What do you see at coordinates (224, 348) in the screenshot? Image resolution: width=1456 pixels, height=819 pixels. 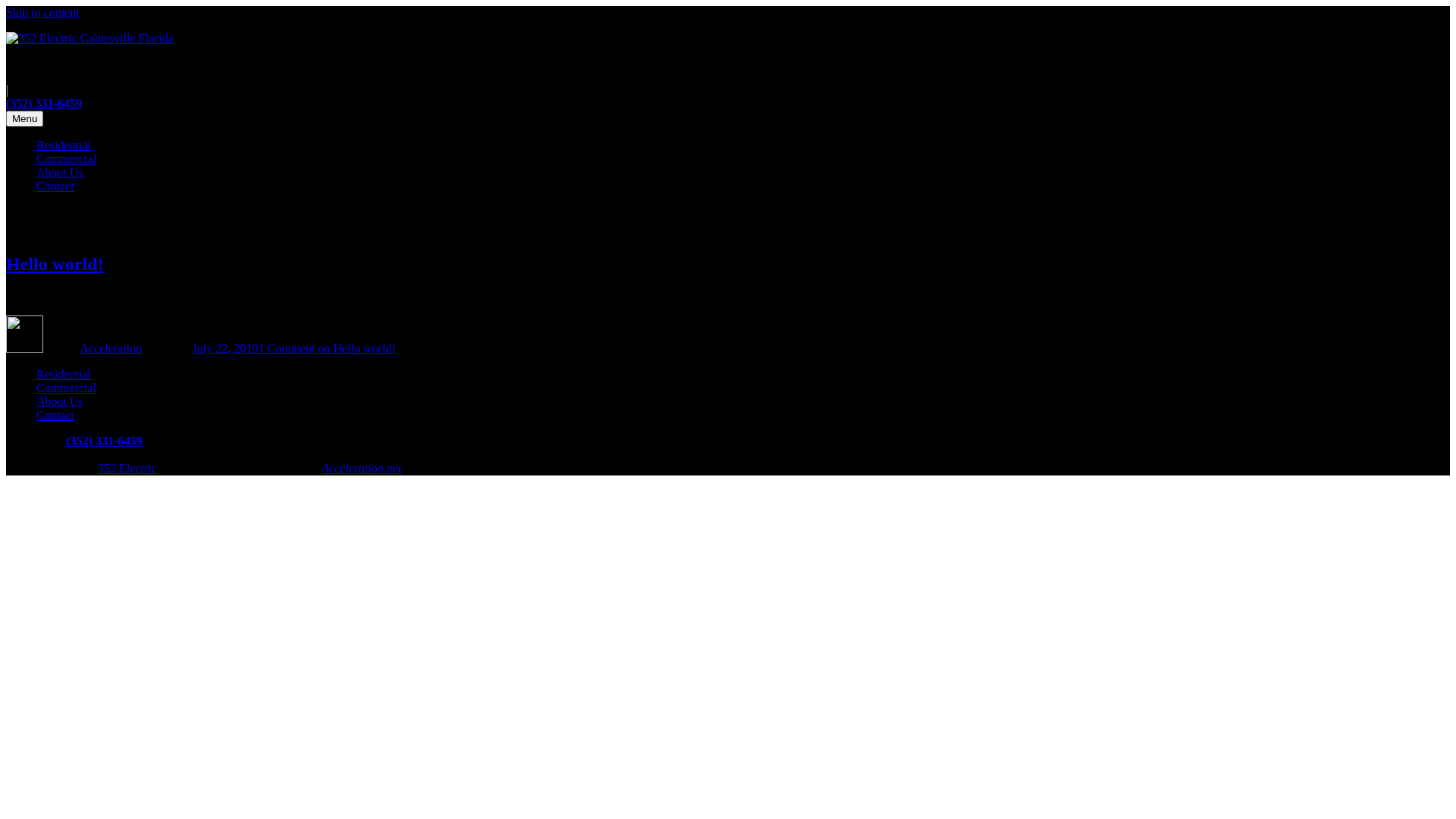 I see `'July 22, 2019'` at bounding box center [224, 348].